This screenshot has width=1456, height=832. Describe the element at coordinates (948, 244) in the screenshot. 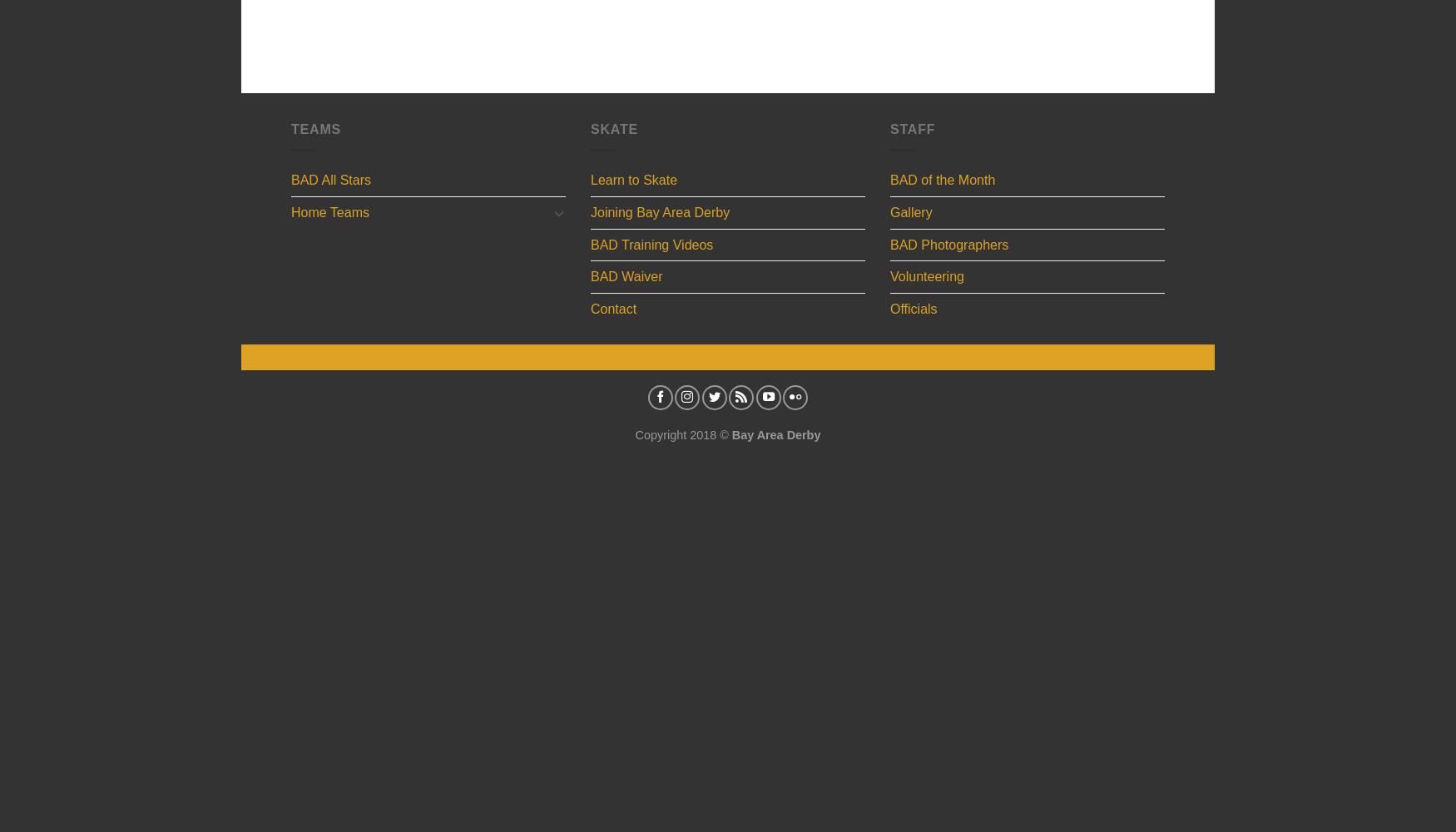

I see `'BAD Photographers'` at that location.